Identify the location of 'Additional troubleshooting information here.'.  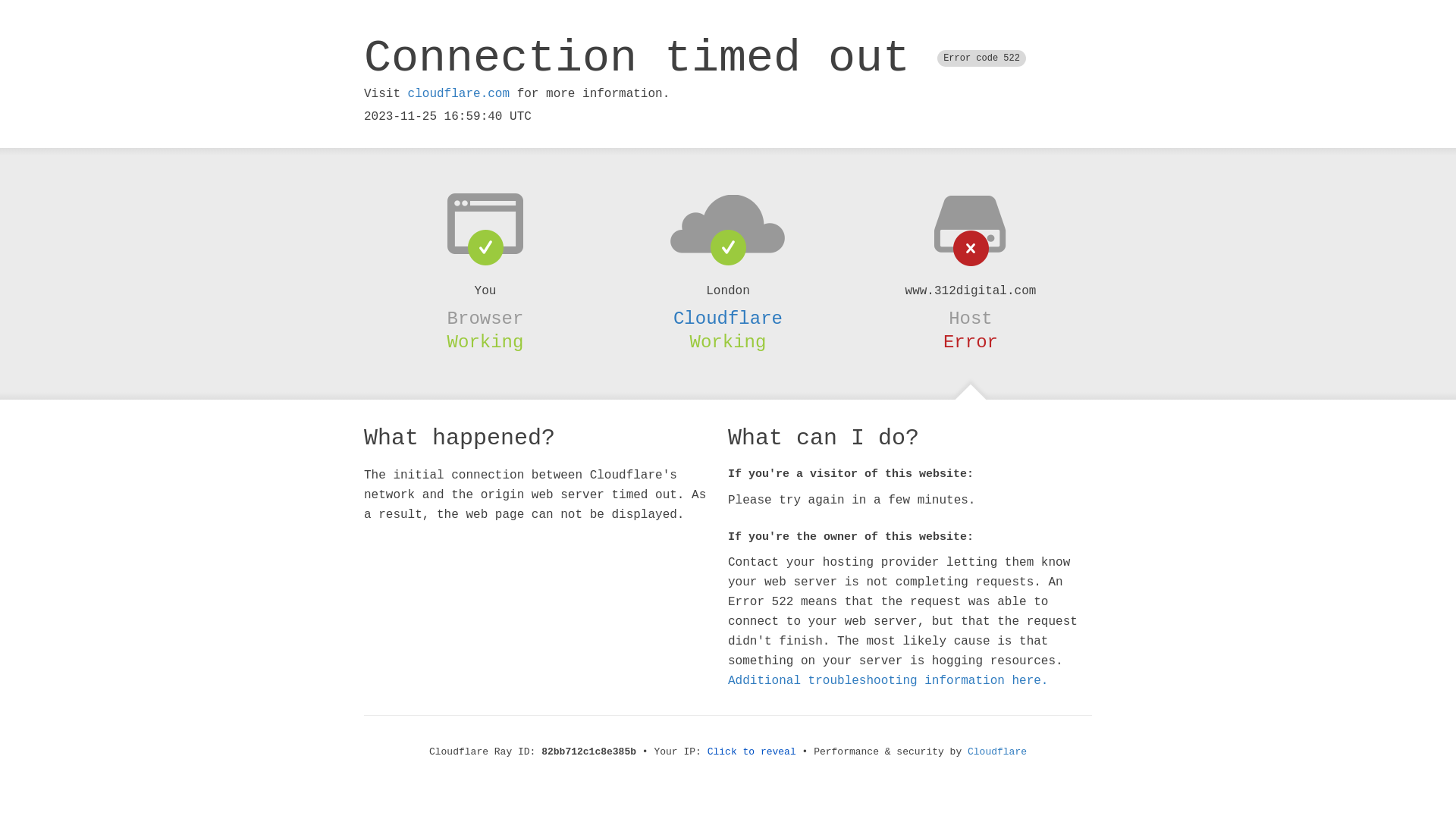
(888, 680).